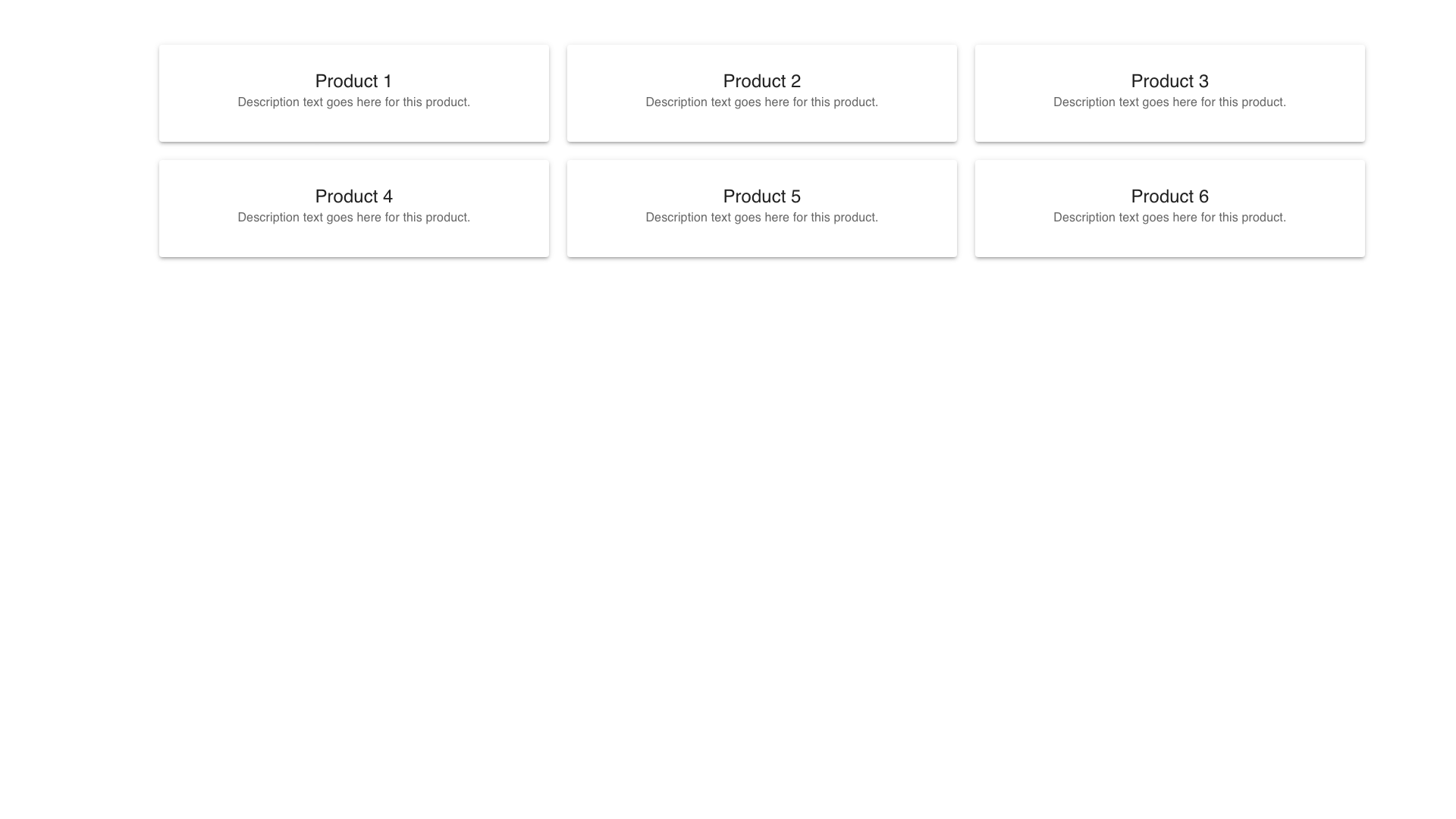 This screenshot has width=1456, height=819. What do you see at coordinates (753, 84) in the screenshot?
I see `the card titled 'Product 2', which is the second card in the first row of a 3-column grid layout, displaying the description 'Description text goes here for this product.'` at bounding box center [753, 84].